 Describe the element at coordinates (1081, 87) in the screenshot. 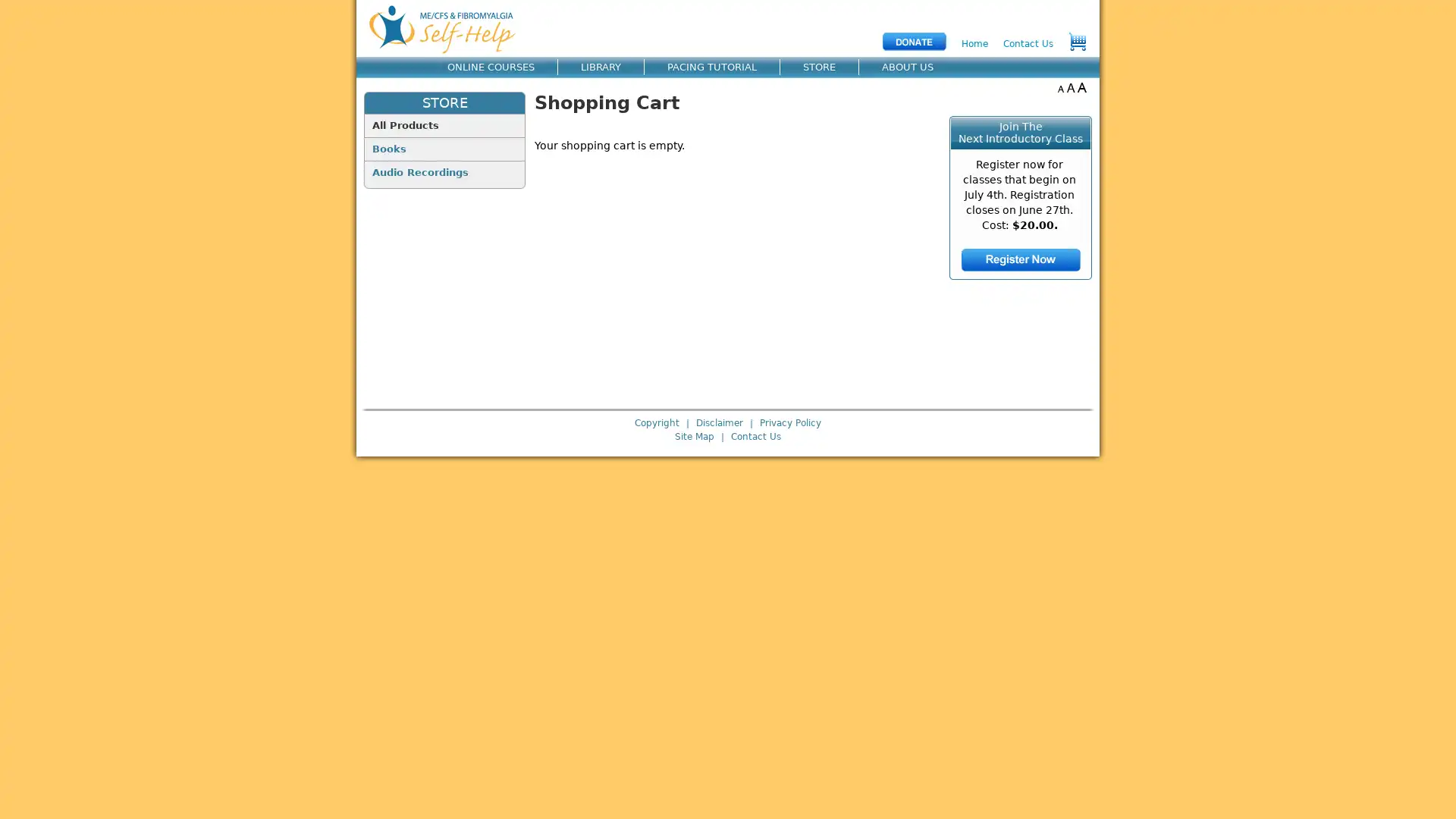

I see `A` at that location.